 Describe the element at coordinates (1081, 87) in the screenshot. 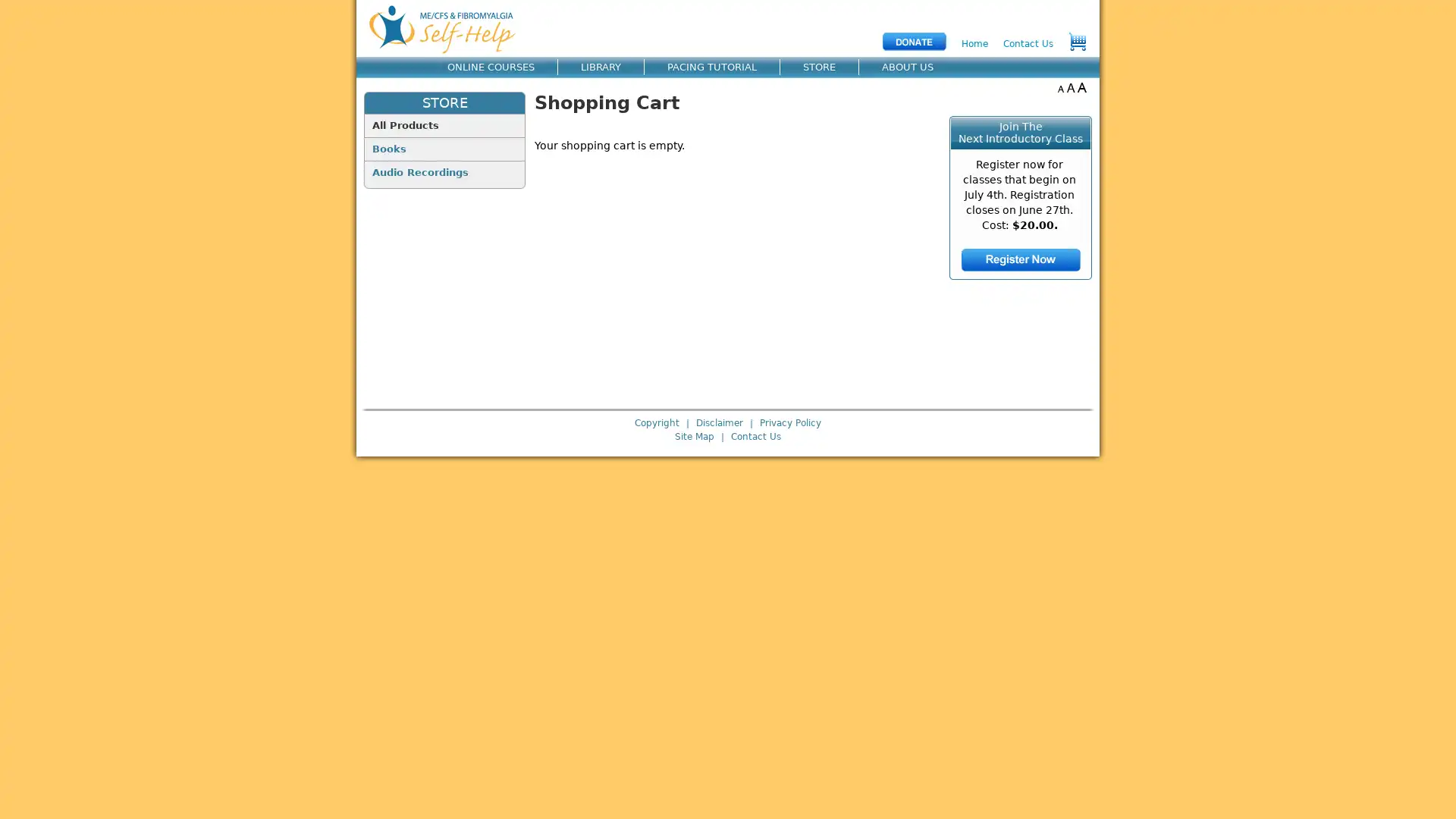

I see `A` at that location.